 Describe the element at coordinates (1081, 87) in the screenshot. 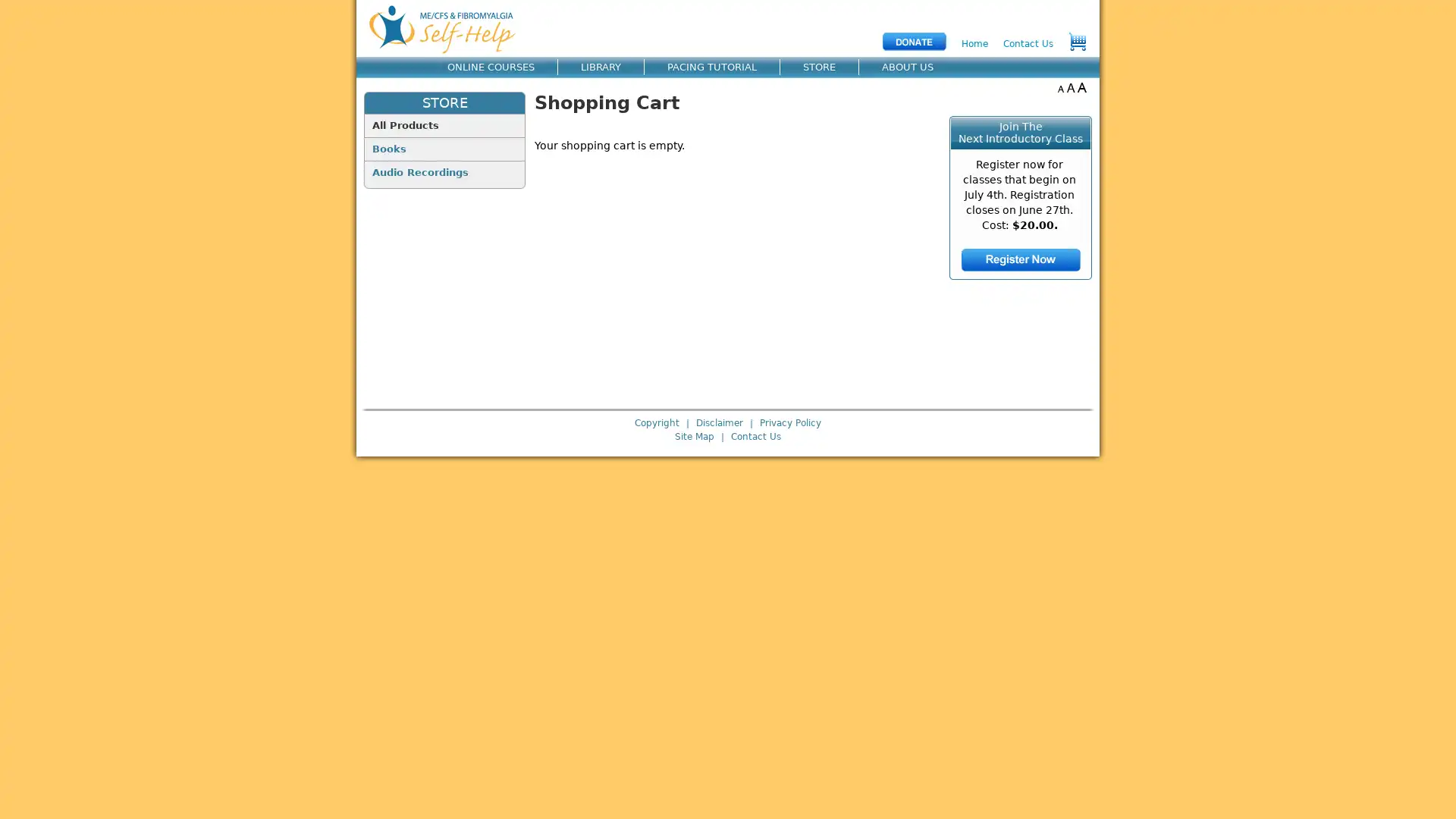

I see `A` at that location.